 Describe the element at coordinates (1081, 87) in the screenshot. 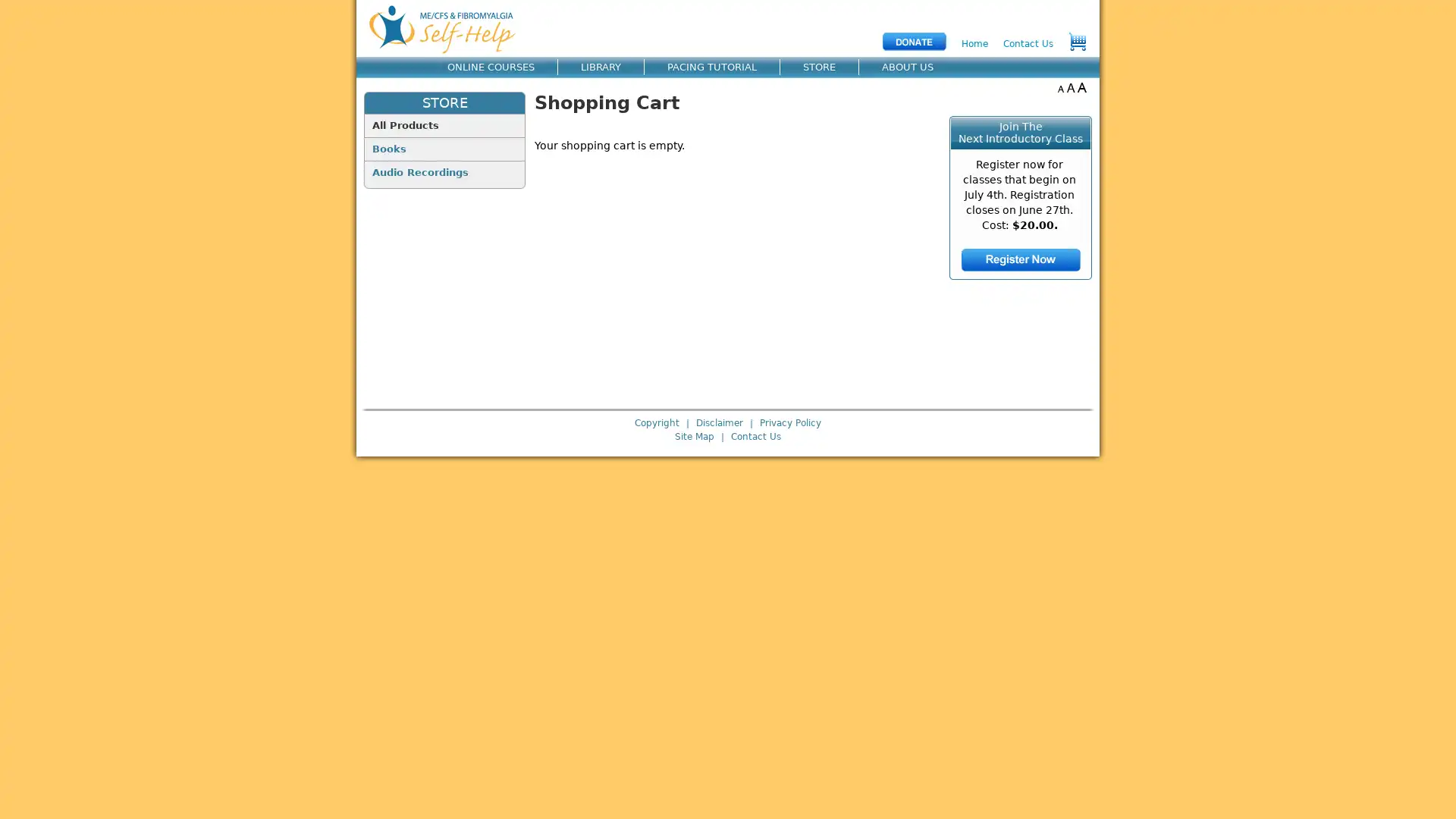

I see `A` at that location.